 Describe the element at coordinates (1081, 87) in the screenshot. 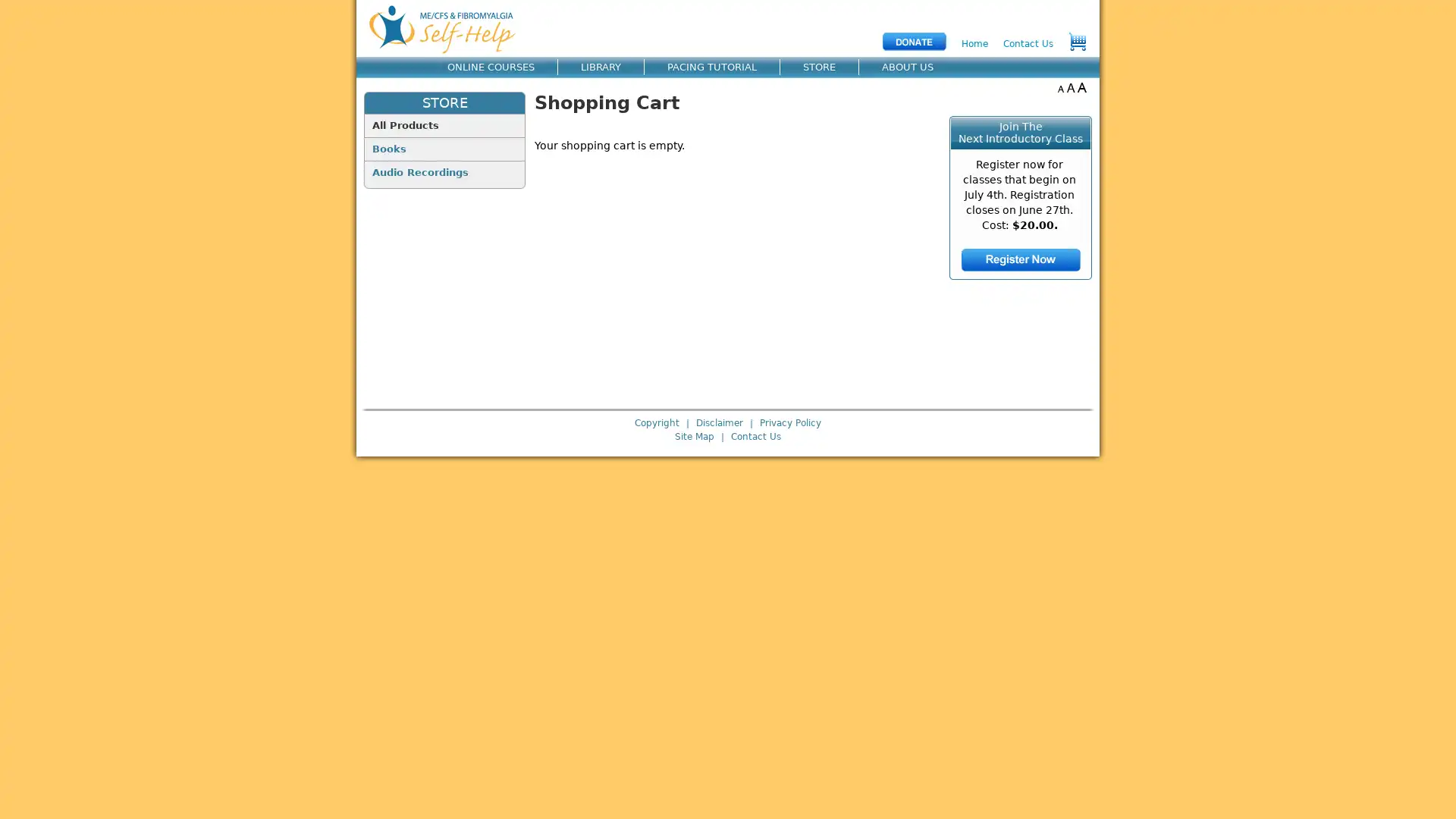

I see `A` at that location.